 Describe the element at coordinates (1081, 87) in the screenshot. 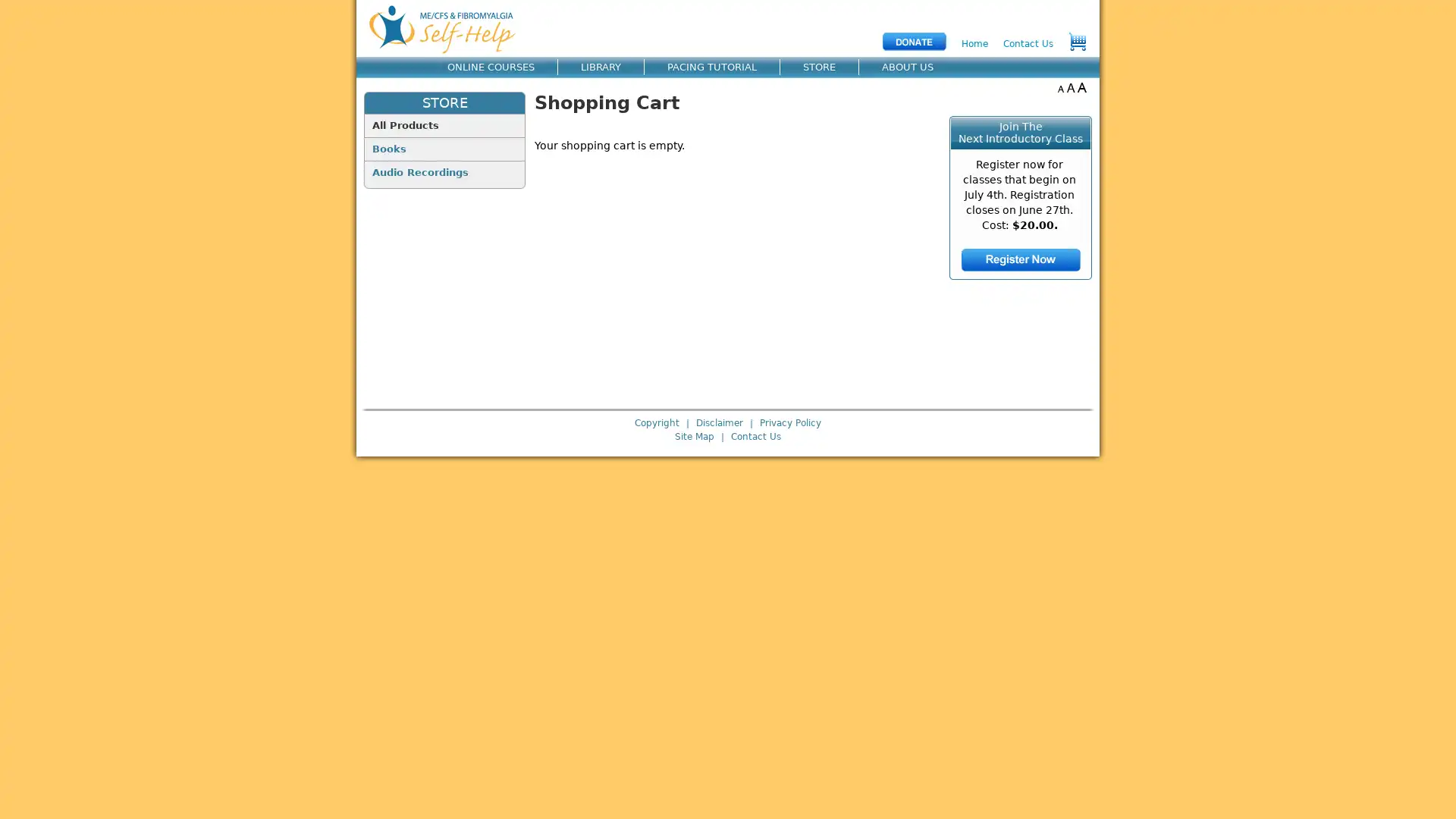

I see `A` at that location.